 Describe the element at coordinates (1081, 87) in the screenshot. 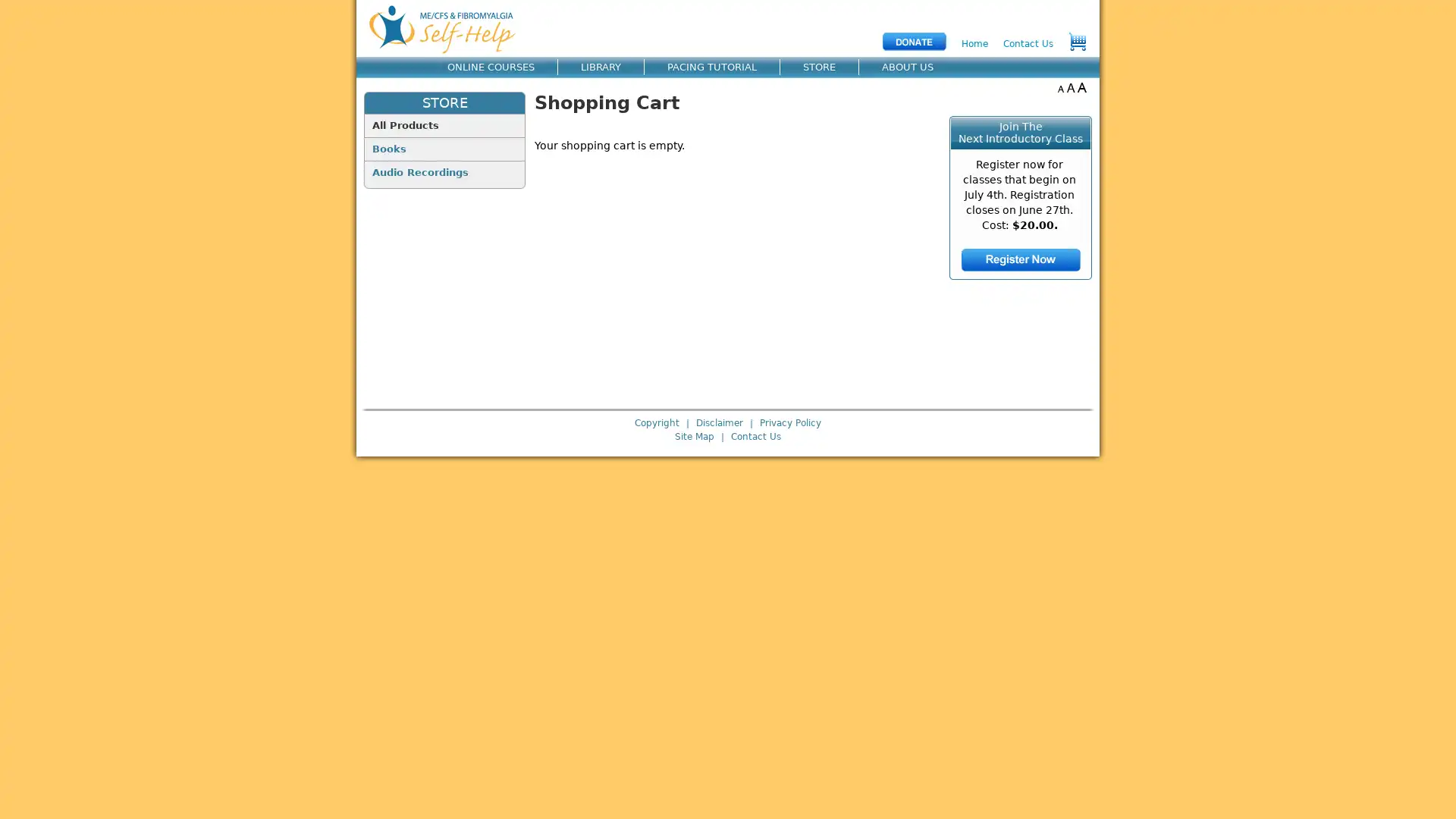

I see `A` at that location.